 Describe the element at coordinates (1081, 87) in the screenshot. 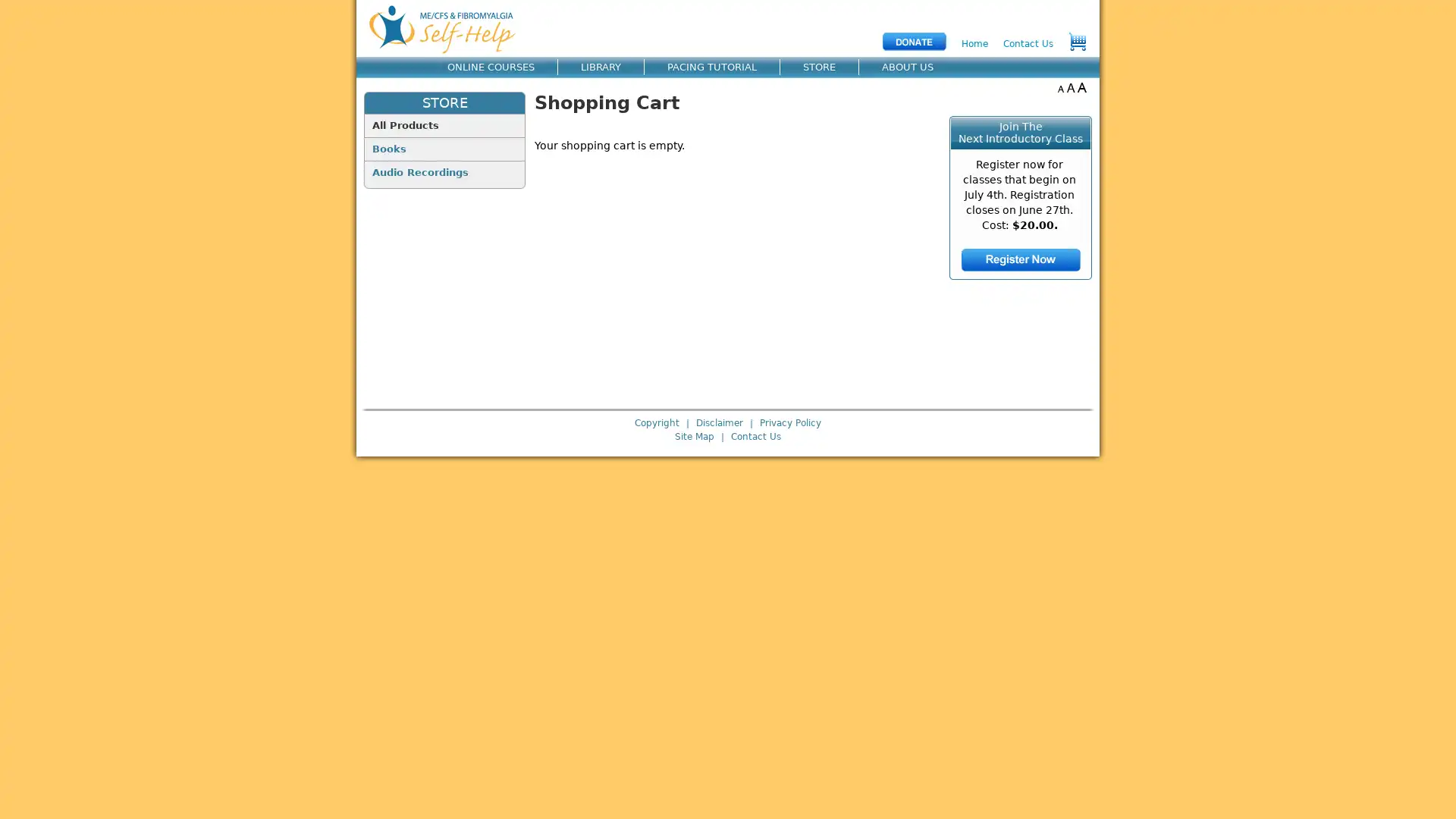

I see `A` at that location.